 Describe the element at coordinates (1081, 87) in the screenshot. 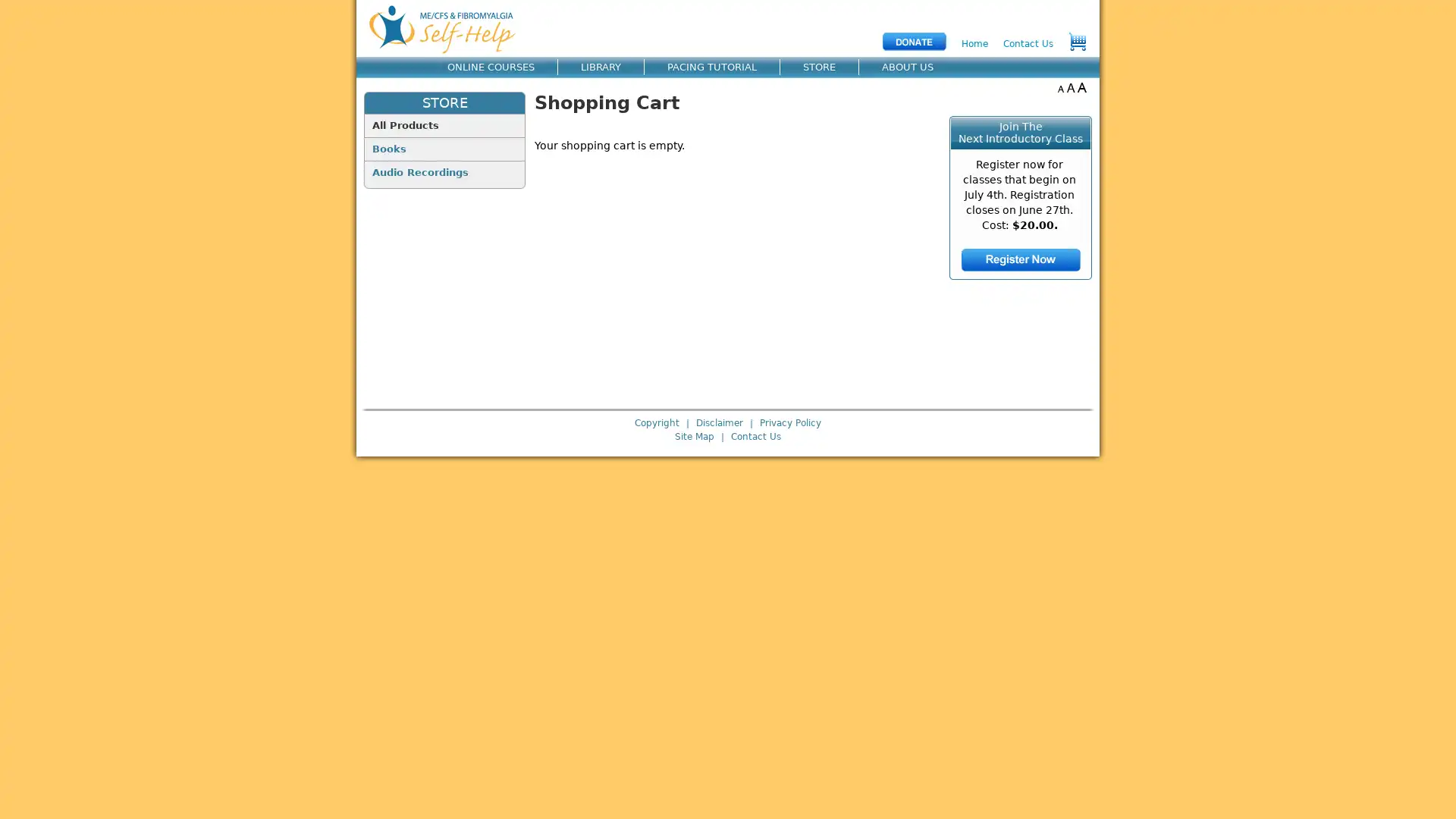

I see `A` at that location.